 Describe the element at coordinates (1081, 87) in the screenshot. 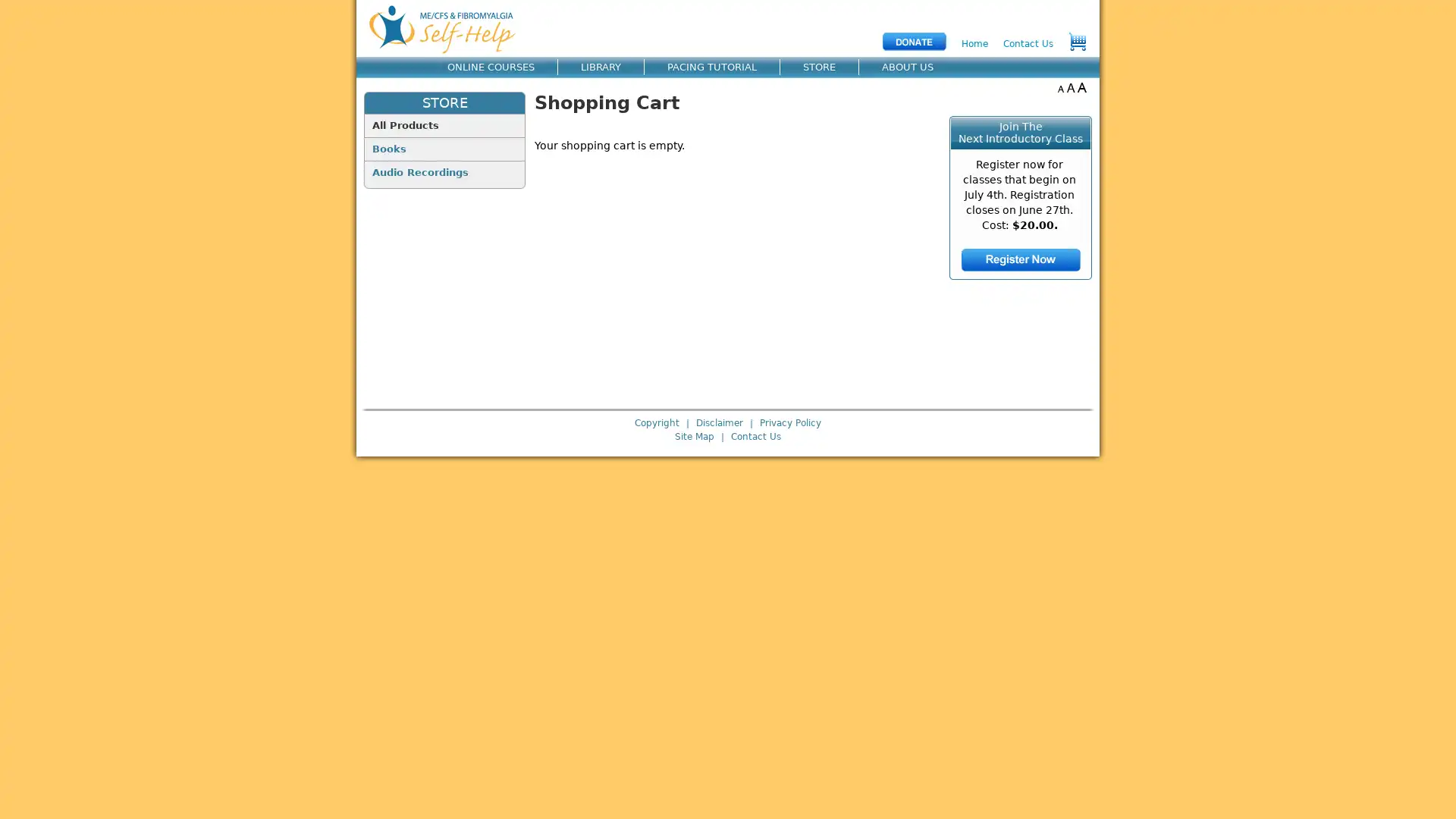

I see `A` at that location.